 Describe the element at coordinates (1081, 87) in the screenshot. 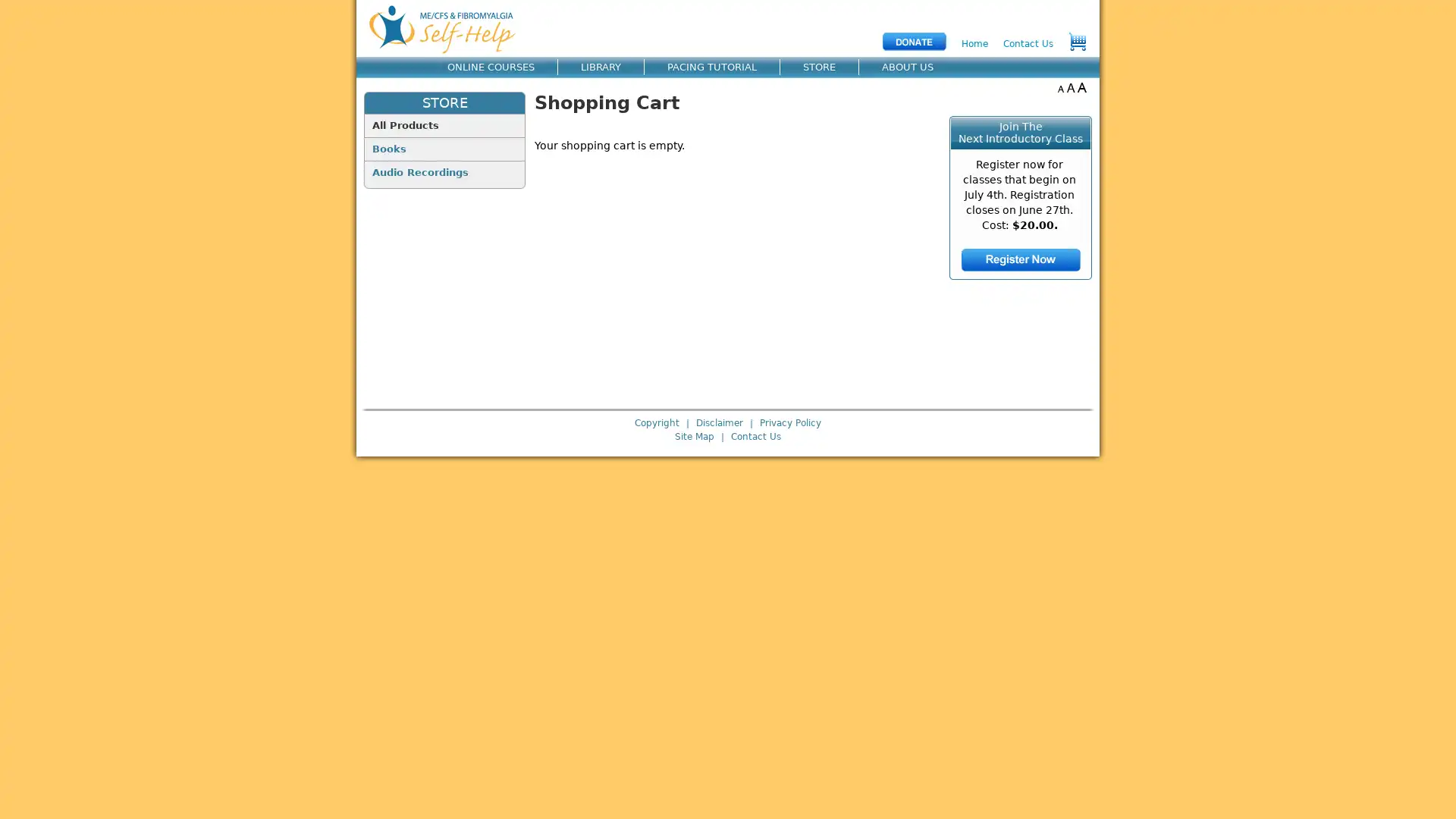

I see `A` at that location.